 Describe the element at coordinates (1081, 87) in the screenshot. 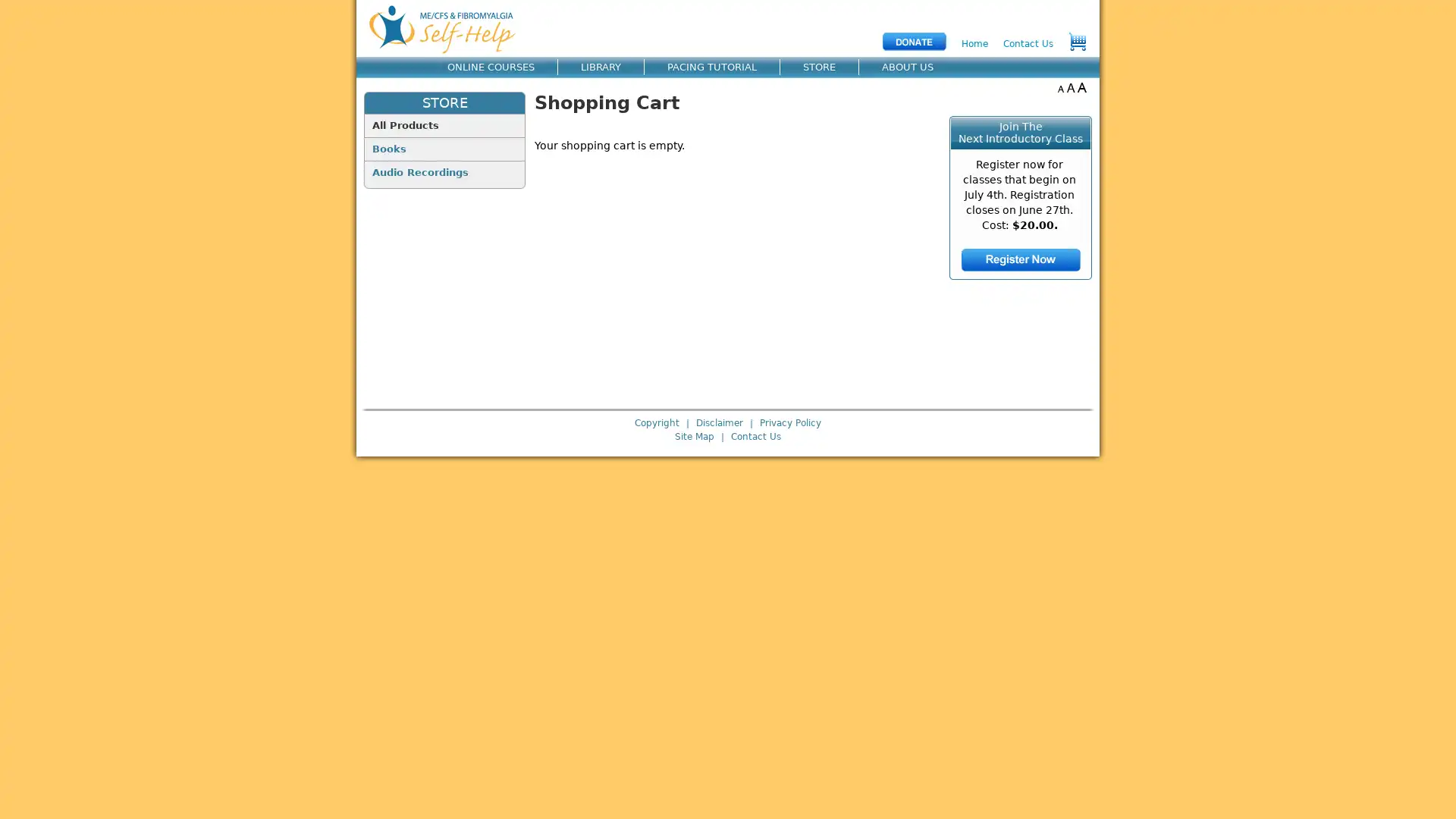

I see `A` at that location.